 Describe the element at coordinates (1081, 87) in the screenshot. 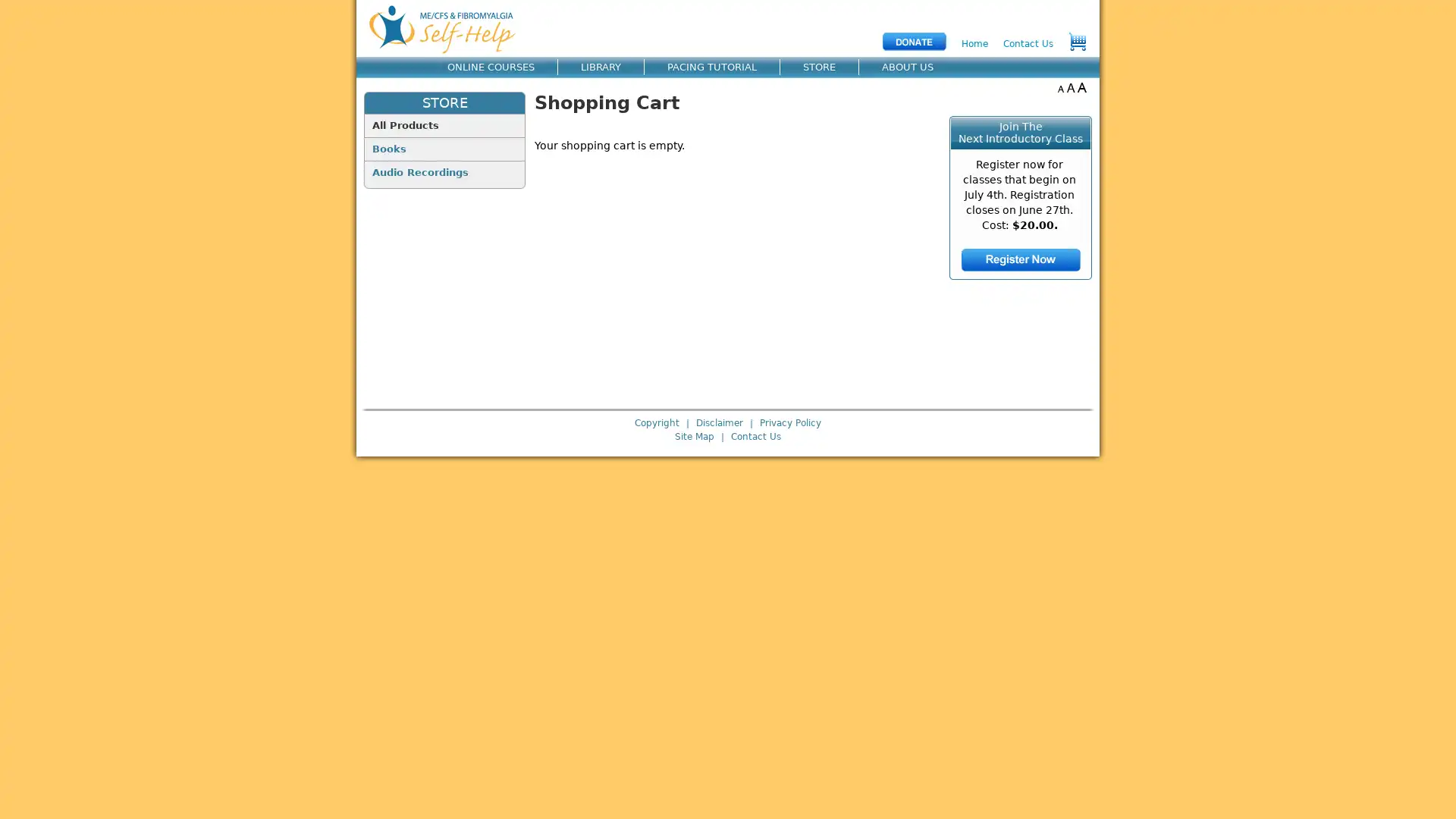

I see `A` at that location.